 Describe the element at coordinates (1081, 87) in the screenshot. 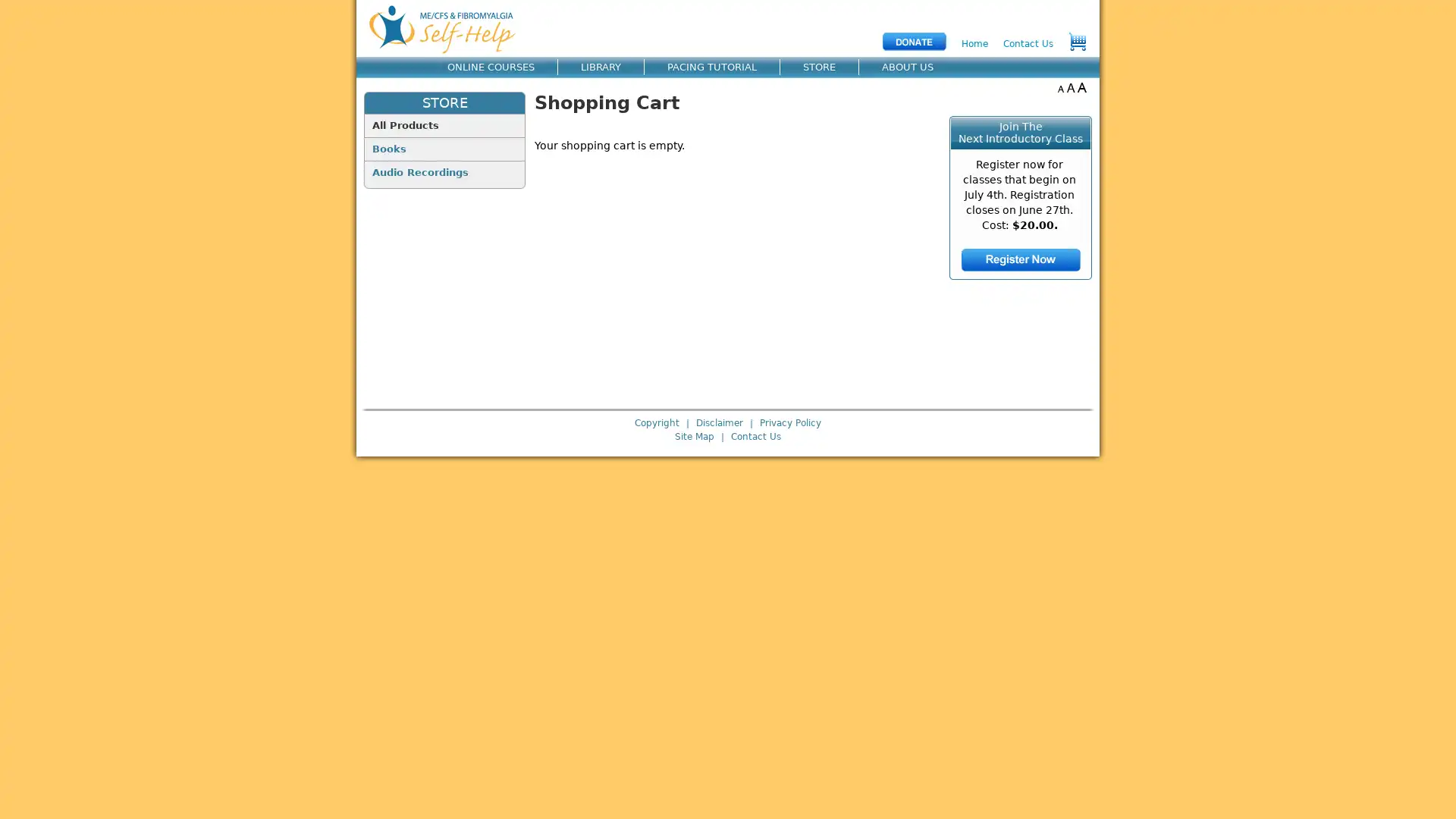

I see `A` at that location.